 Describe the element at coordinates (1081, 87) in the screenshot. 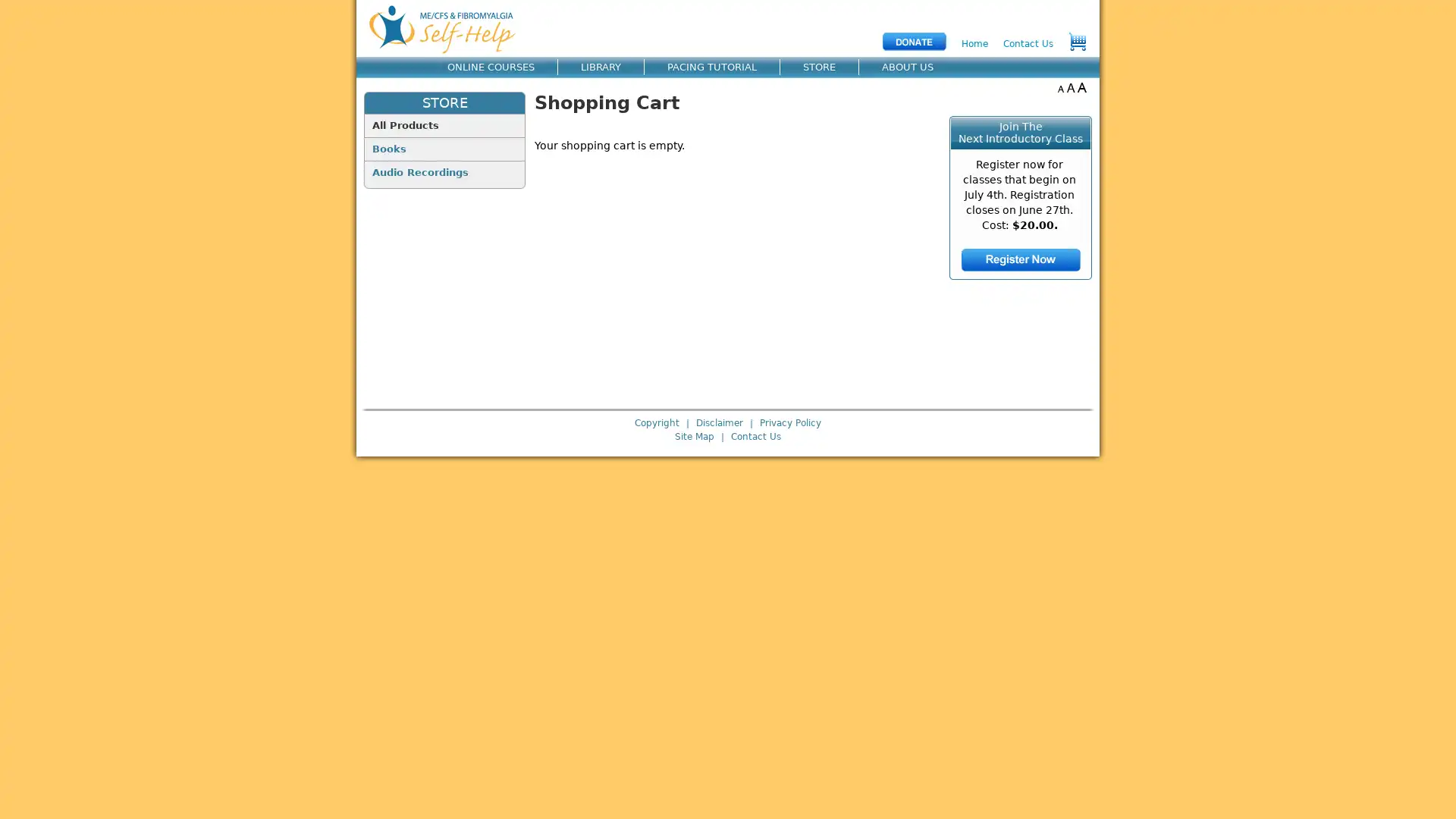

I see `A` at that location.